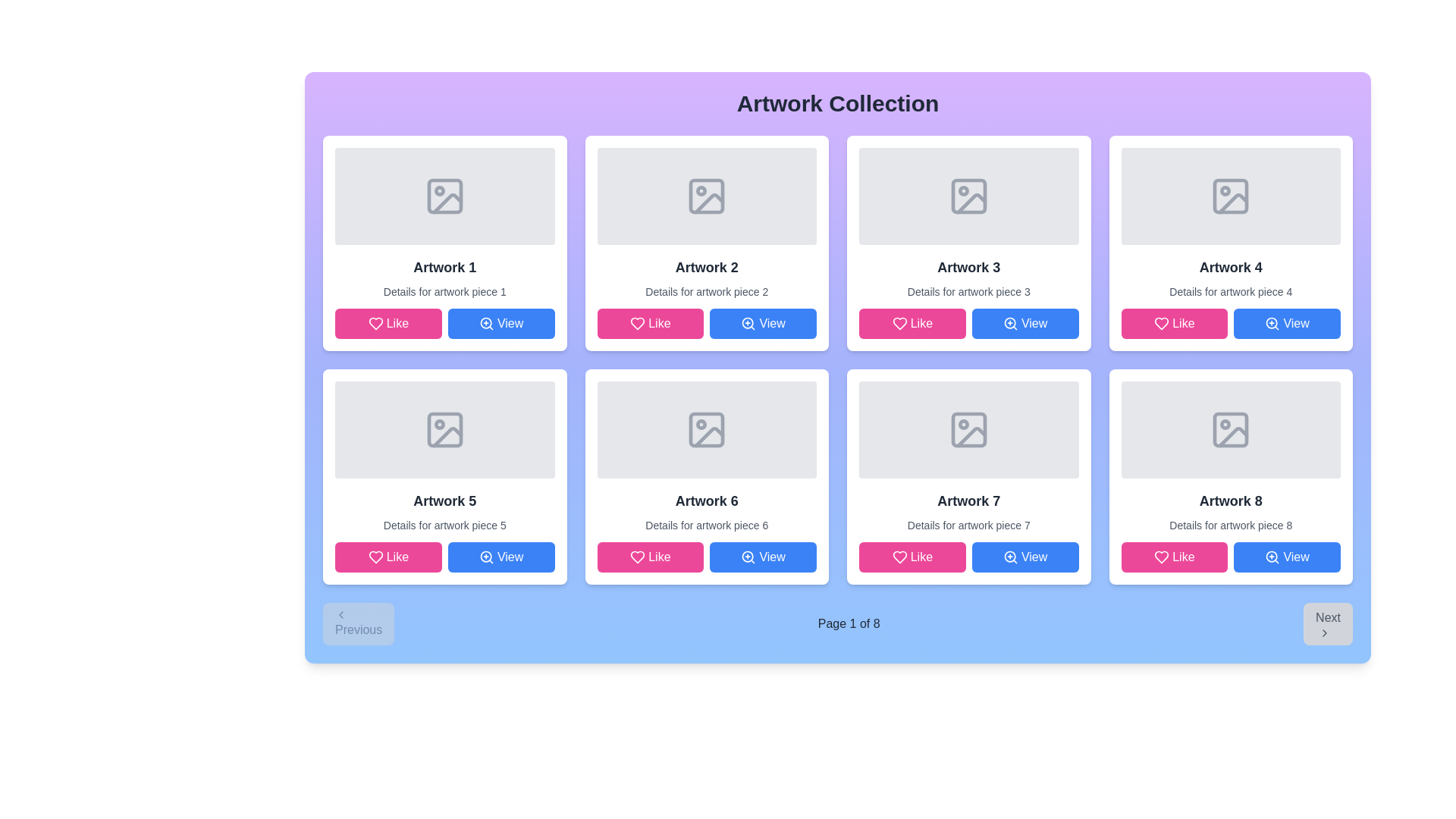 The width and height of the screenshot is (1456, 819). I want to click on the SVG icon representing a magnifying glass with a plus symbol inside, which signifies a zoom-in action, located centrally within the 'View' button below the 'Artwork 3' title card, so click(1010, 323).